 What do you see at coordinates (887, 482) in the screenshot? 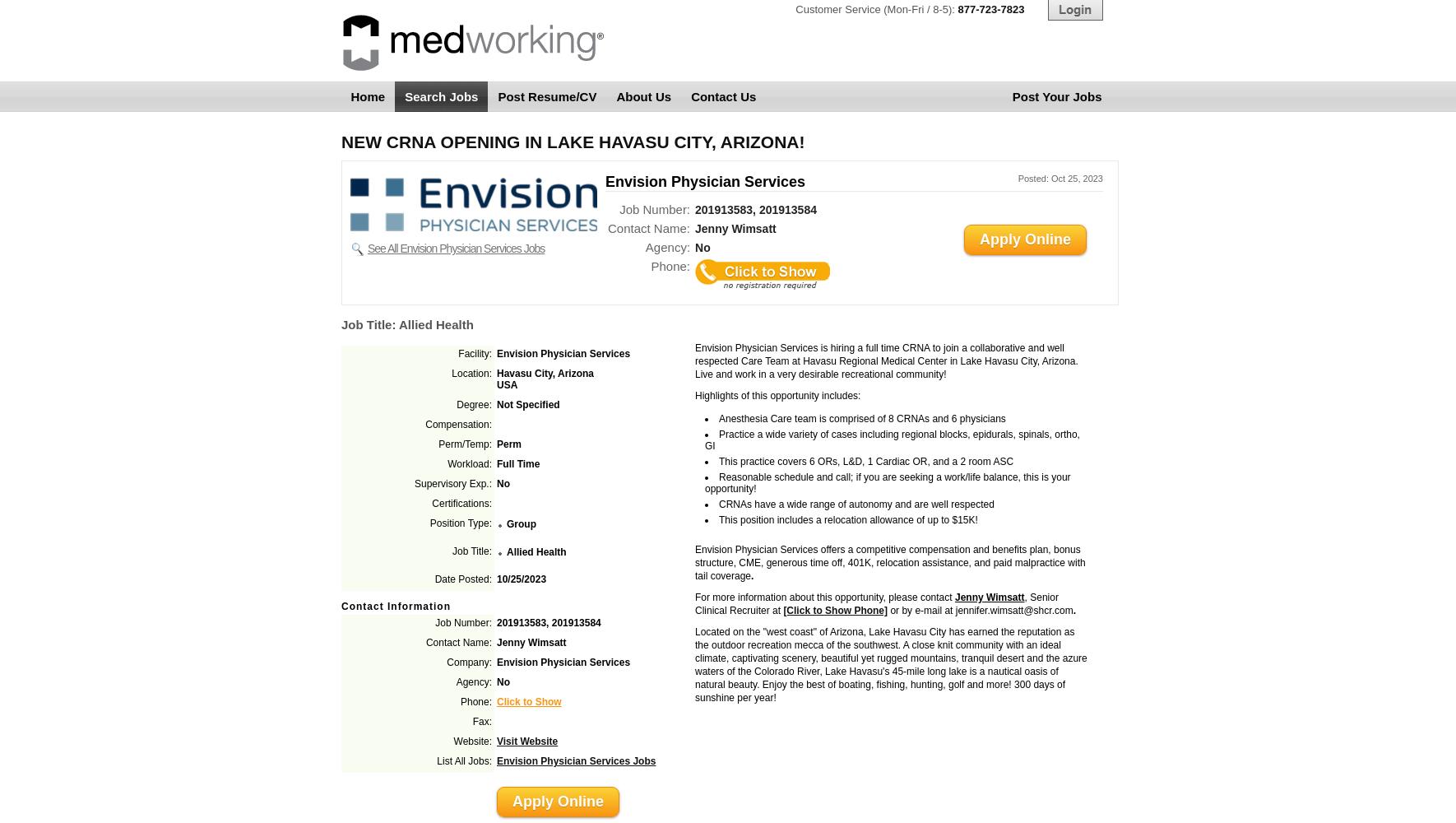
I see `'Reasonable schedule and call; if you are seeking a work/life balance, this is your opportunity!'` at bounding box center [887, 482].